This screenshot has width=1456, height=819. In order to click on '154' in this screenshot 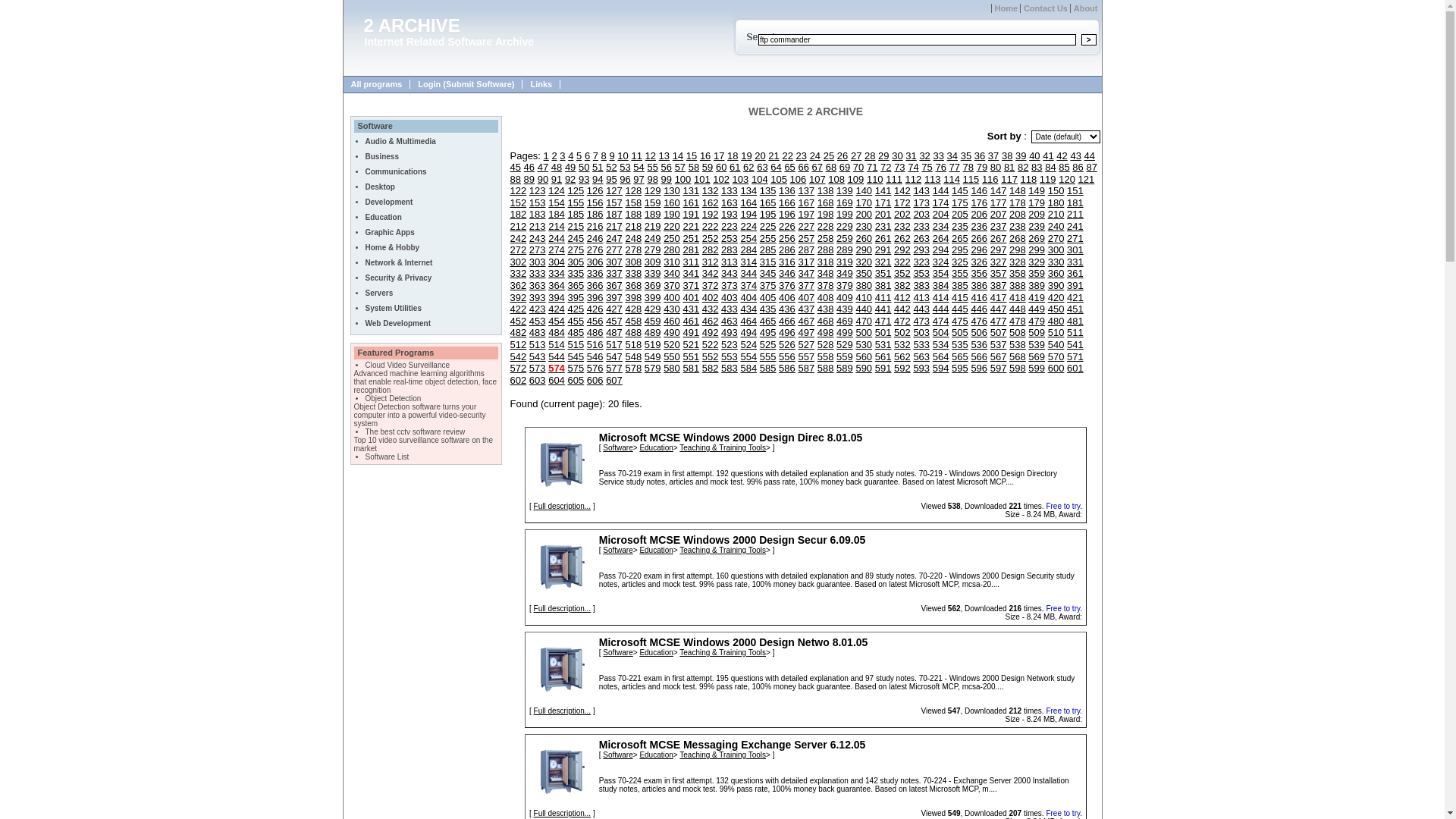, I will do `click(556, 202)`.